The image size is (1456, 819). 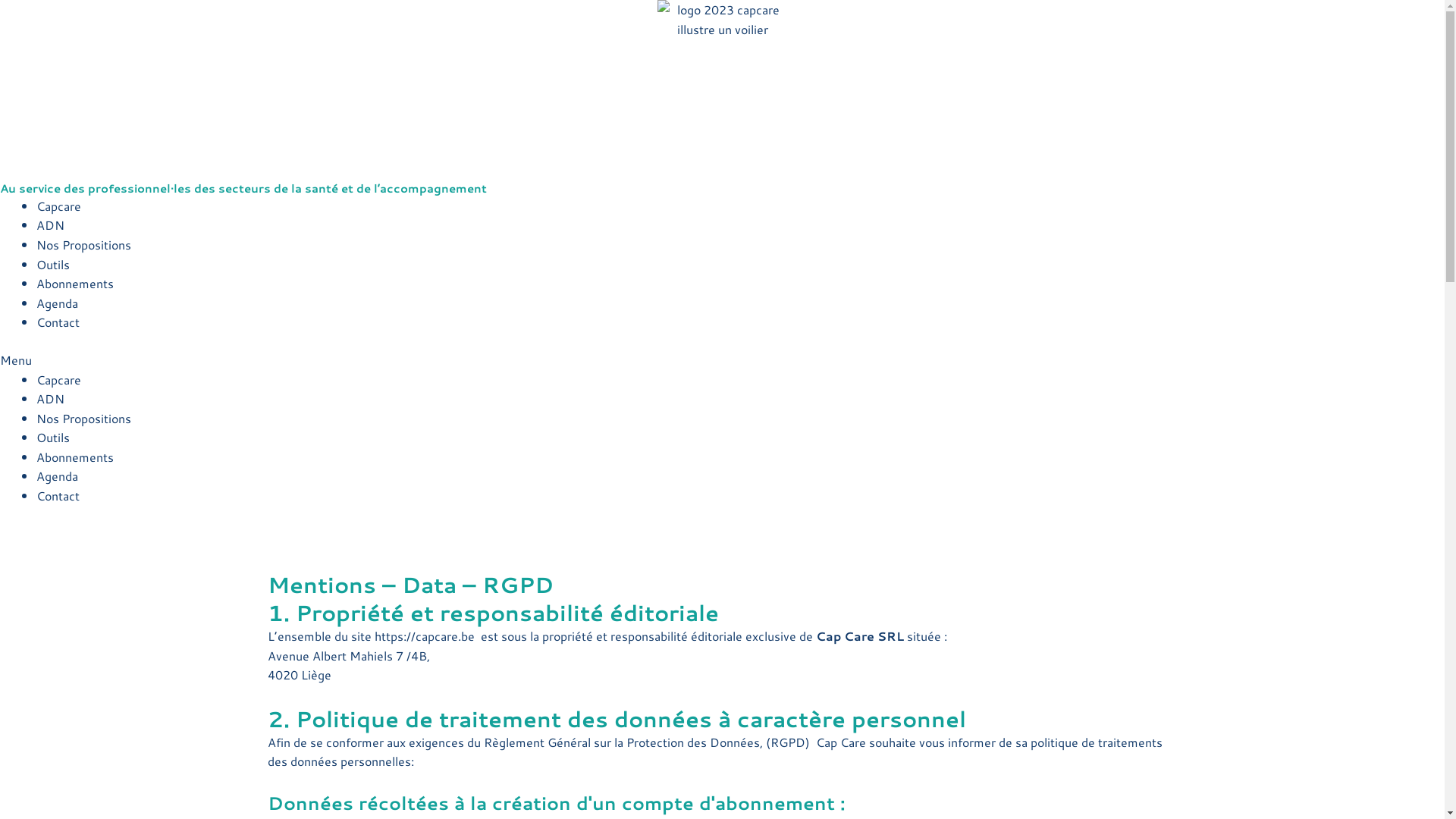 What do you see at coordinates (57, 303) in the screenshot?
I see `'Agenda'` at bounding box center [57, 303].